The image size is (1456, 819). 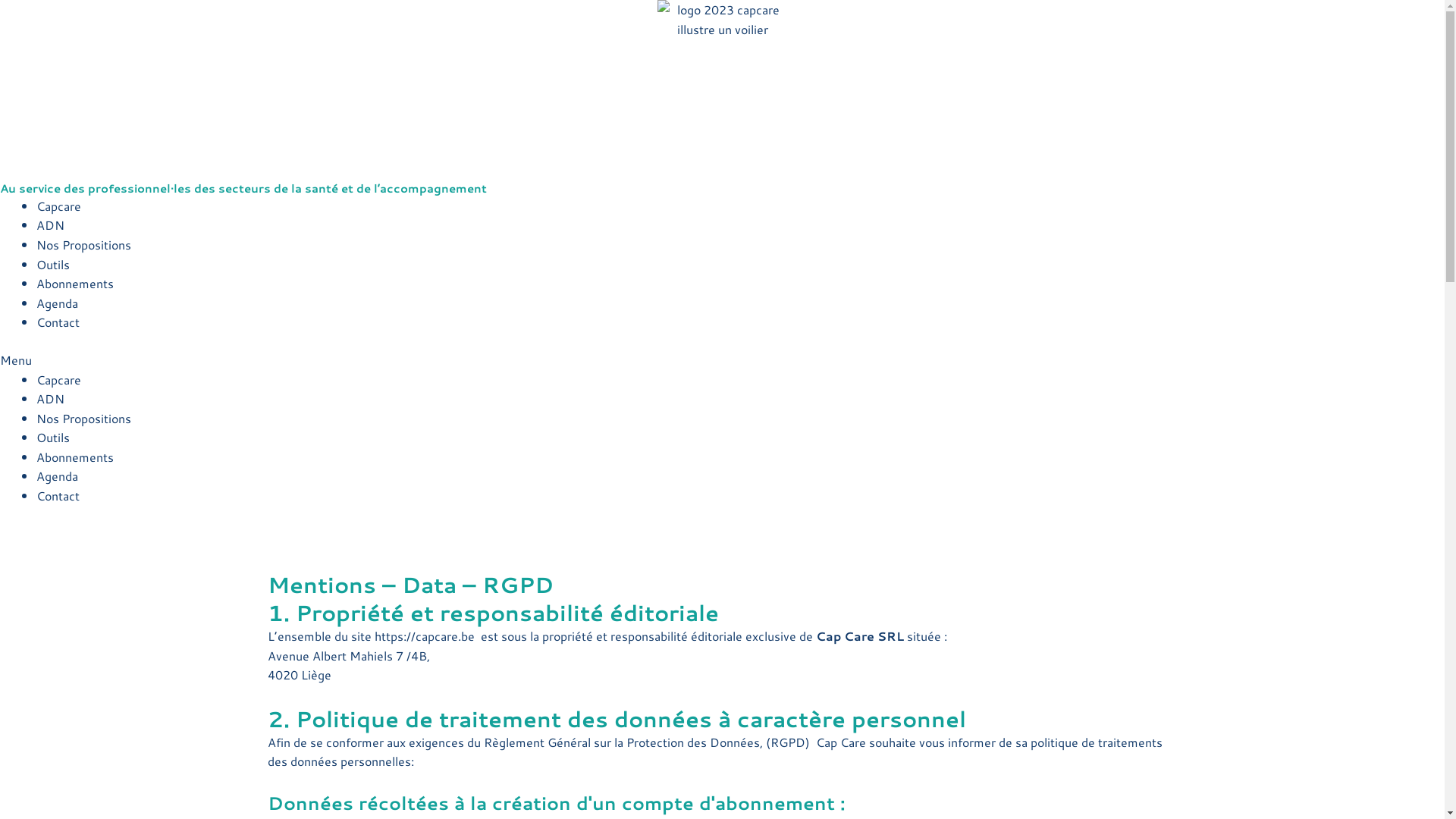 What do you see at coordinates (57, 303) in the screenshot?
I see `'Agenda'` at bounding box center [57, 303].